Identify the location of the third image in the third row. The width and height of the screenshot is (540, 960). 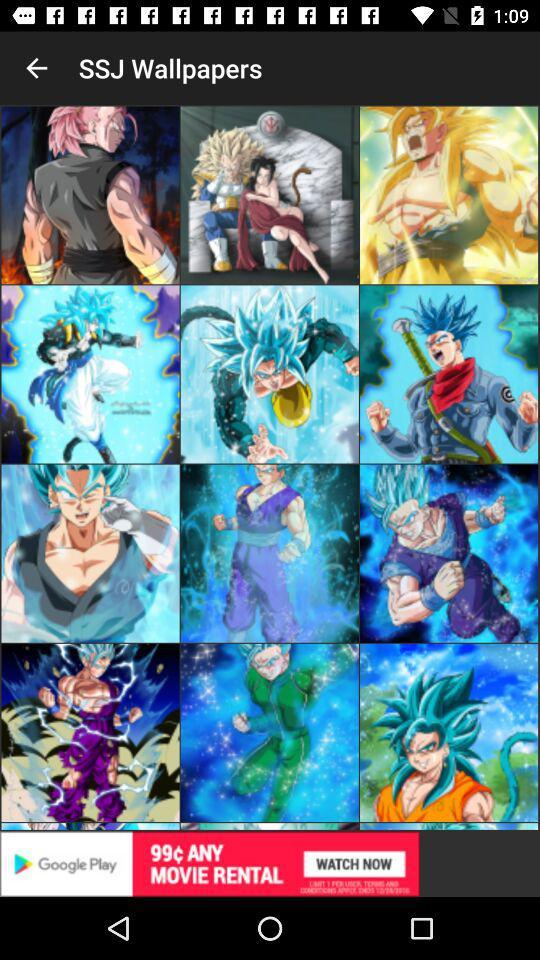
(449, 554).